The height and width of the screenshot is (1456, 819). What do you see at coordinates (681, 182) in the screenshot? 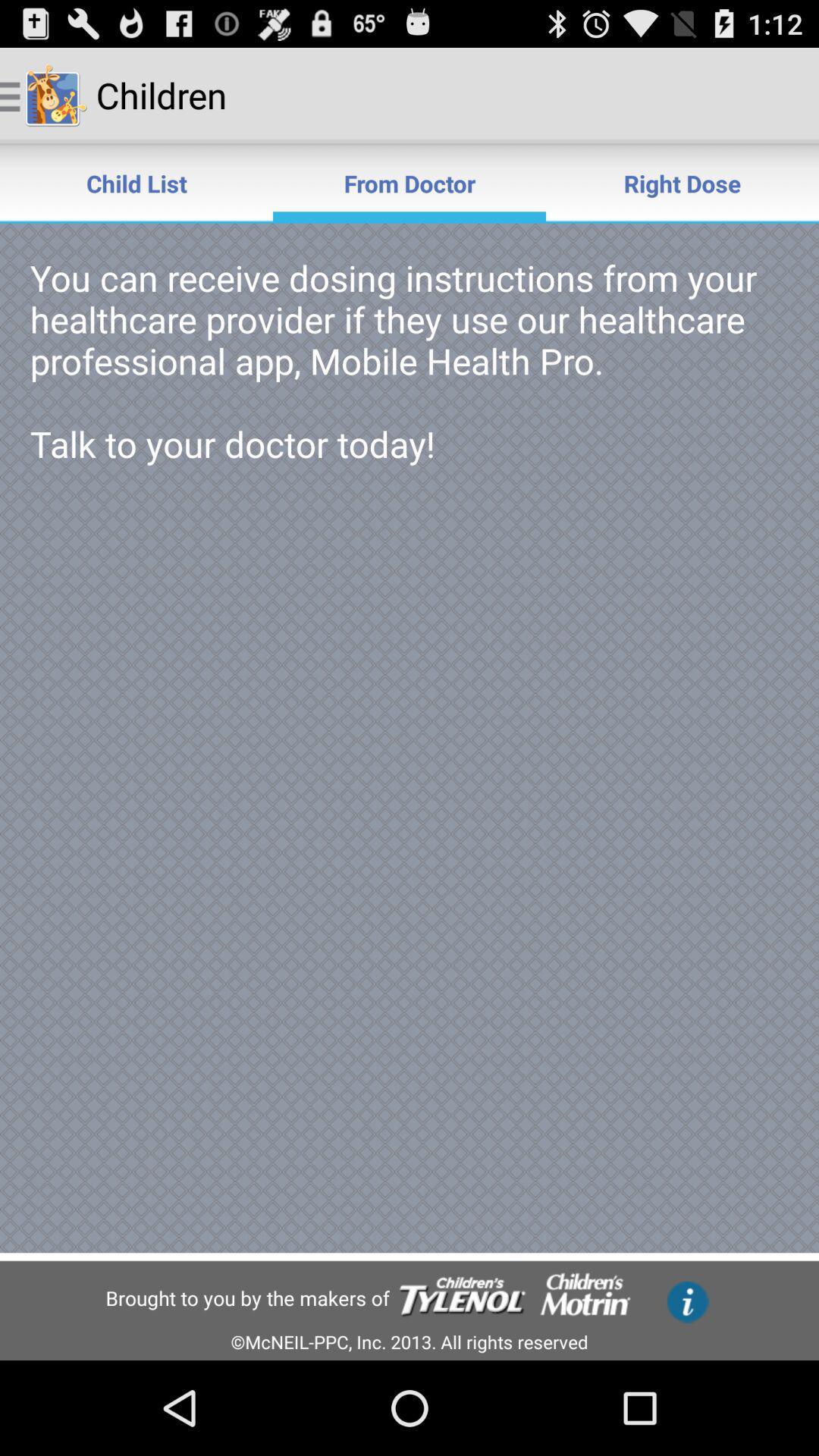
I see `the icon above the you can receive` at bounding box center [681, 182].